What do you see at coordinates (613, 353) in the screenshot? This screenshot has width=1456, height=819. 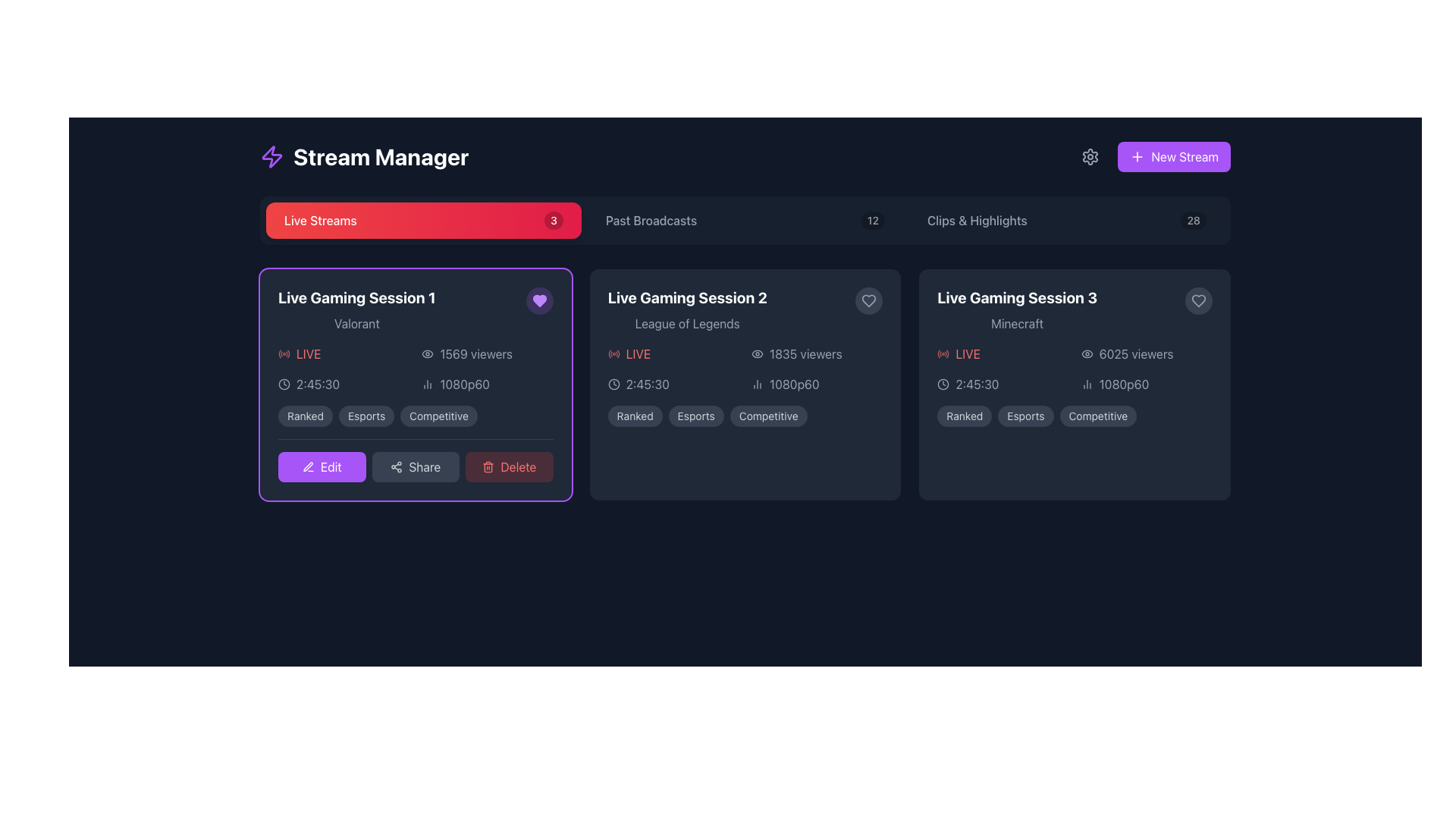 I see `the Broadcast indicator icon located at the top-left corner of the 'Live Gaming Session 2' card, which is directly to the left of the 'LIVE' text label` at bounding box center [613, 353].